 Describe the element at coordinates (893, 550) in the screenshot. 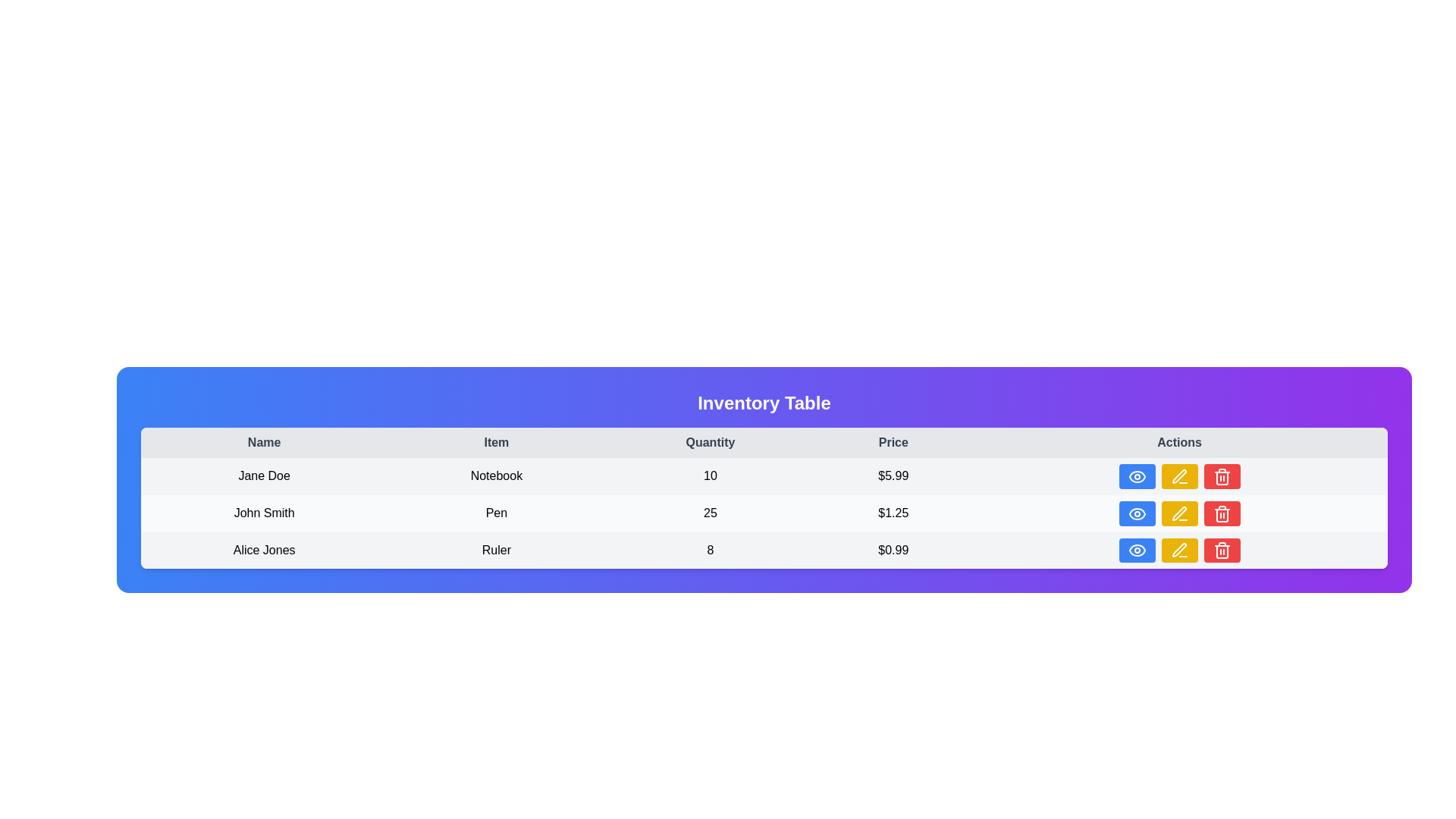

I see `text value '$0.99' from the Text label in the fourth column of the third row in the table, which is displayed in black over a gray background` at that location.